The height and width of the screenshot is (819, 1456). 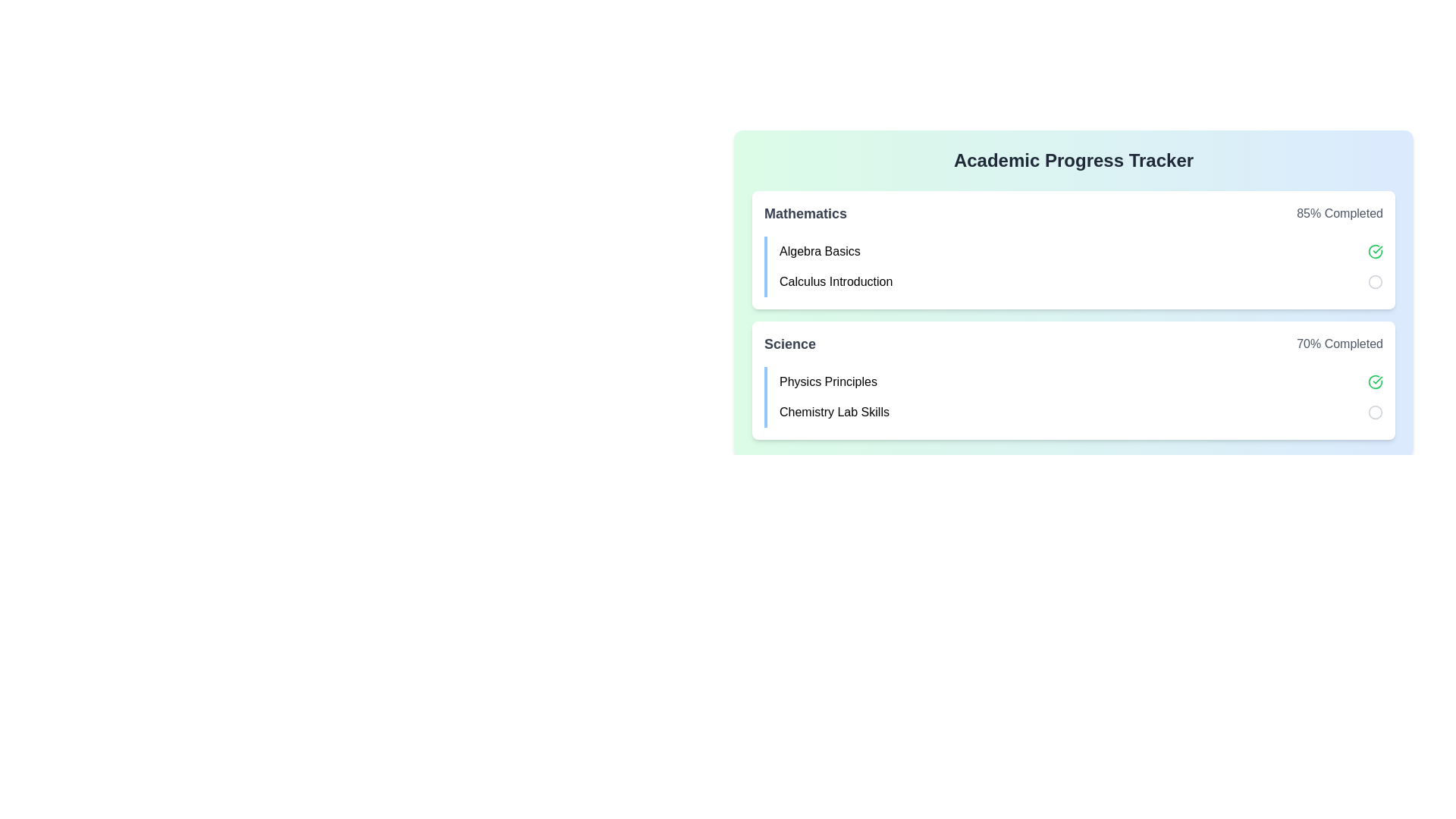 I want to click on the representation of the circular checkmark icon in the 'Science' section of the 'Academic Progress Tracker' interface, which signifies the completion status of the 'Science' course, so click(x=1376, y=250).